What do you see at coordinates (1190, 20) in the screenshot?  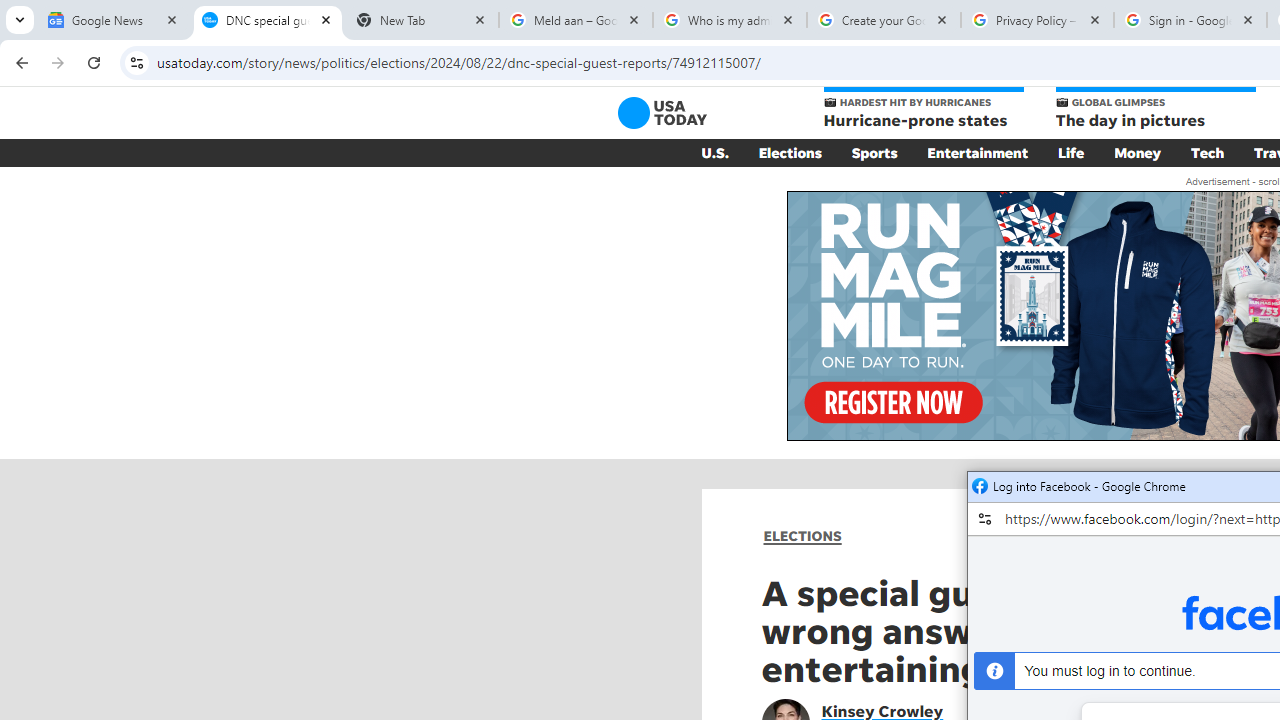 I see `'Sign in - Google Accounts'` at bounding box center [1190, 20].